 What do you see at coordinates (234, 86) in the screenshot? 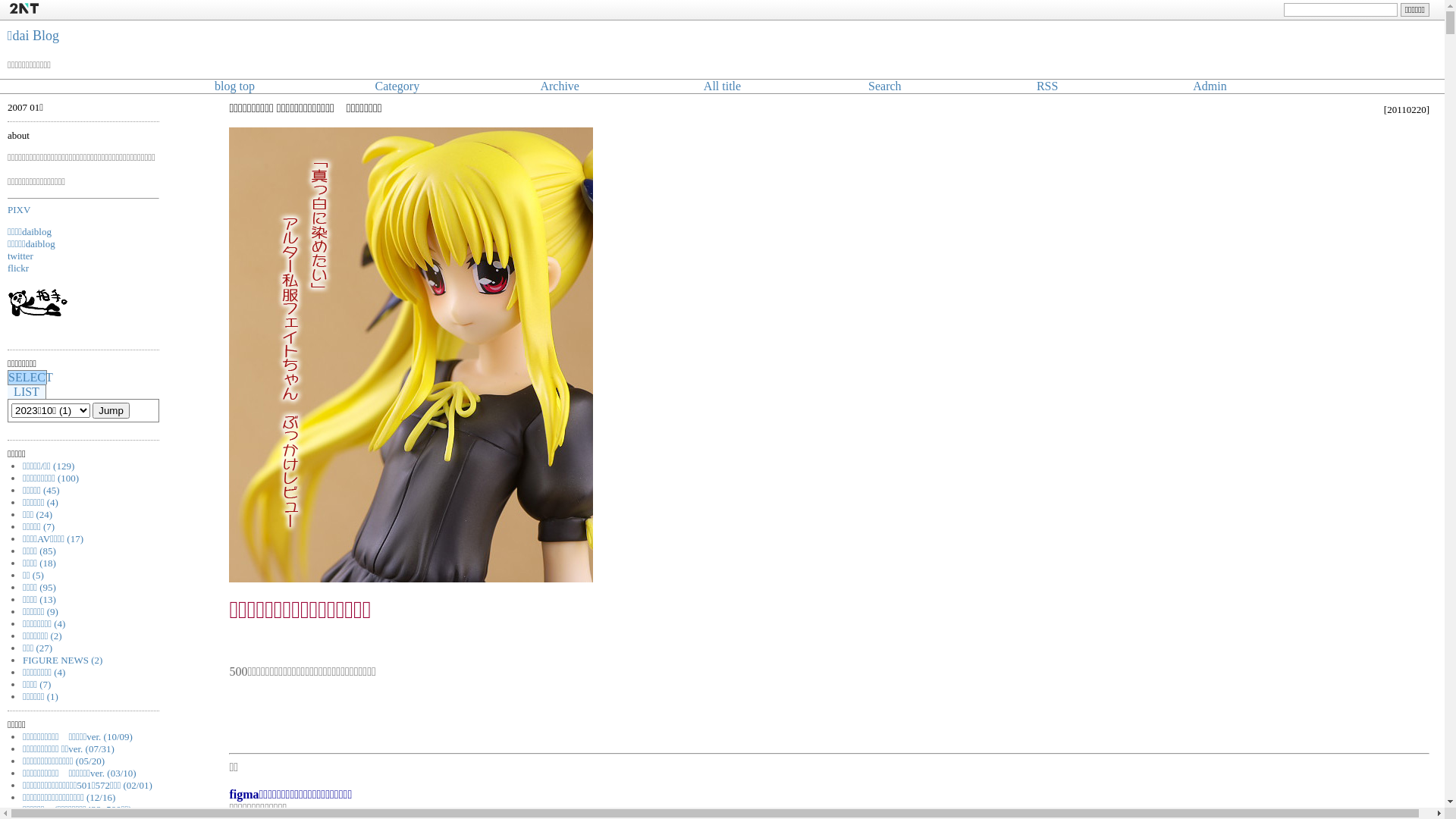
I see `'blog top'` at bounding box center [234, 86].